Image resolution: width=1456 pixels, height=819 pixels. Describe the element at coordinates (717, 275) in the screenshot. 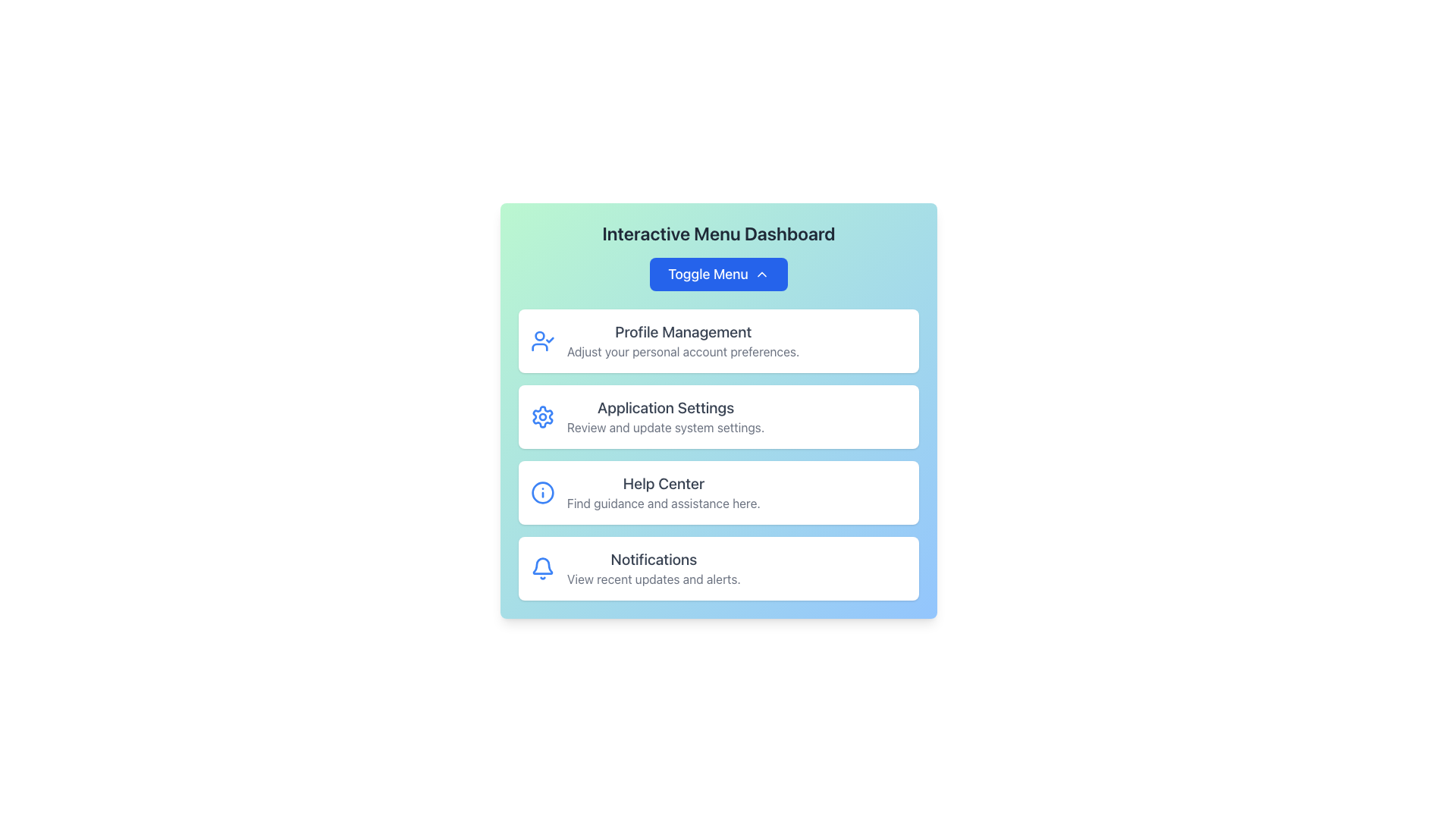

I see `the blue 'Toggle Menu' button with rounded corners and a downward-facing chevron icon` at that location.